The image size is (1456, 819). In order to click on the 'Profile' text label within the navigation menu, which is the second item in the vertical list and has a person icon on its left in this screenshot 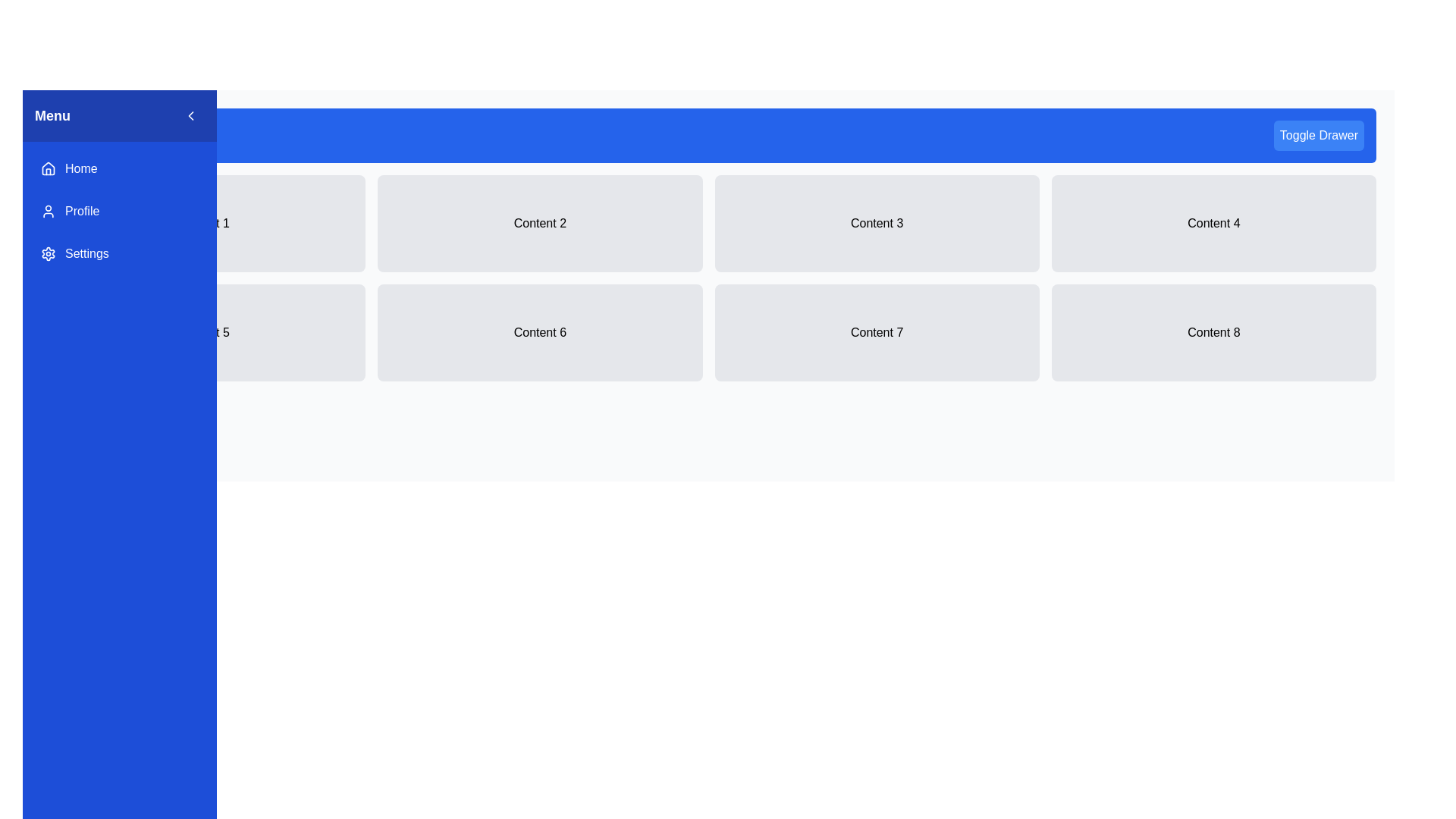, I will do `click(81, 211)`.